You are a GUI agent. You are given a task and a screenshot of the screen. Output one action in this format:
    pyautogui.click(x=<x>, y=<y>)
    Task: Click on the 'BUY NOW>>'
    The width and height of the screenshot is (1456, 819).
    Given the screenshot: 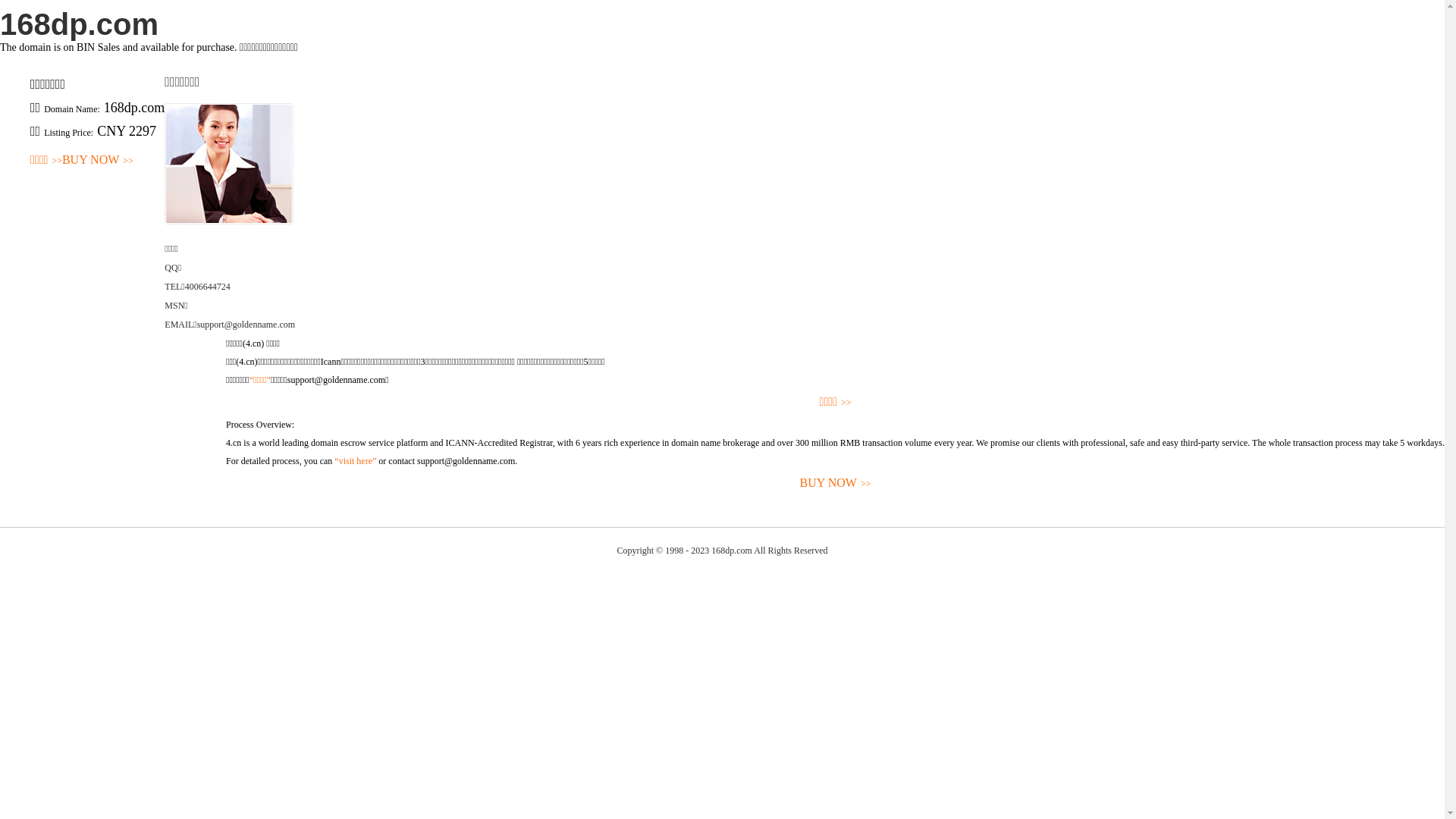 What is the action you would take?
    pyautogui.click(x=97, y=160)
    